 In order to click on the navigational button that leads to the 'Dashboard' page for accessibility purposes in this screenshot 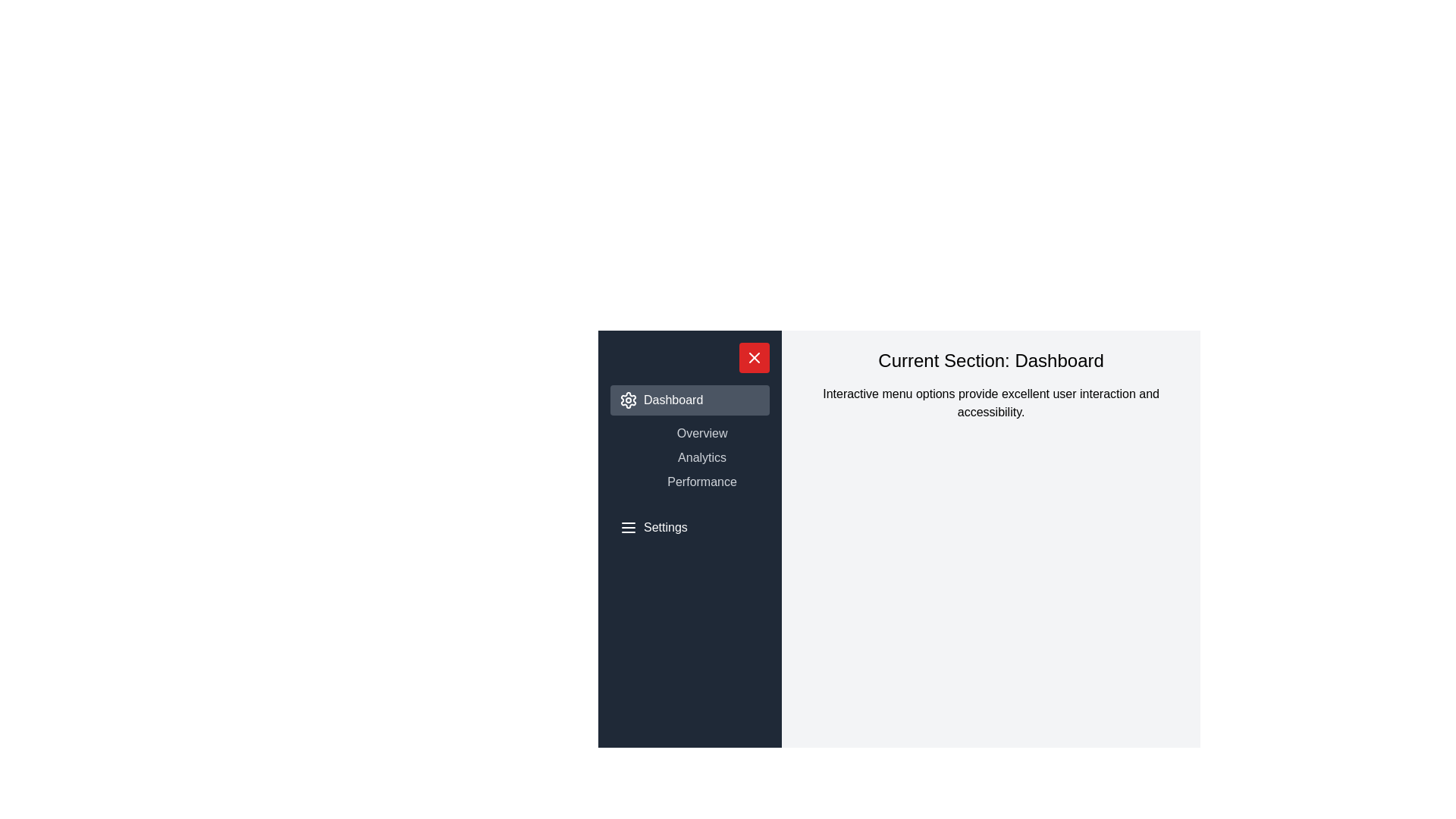, I will do `click(689, 400)`.